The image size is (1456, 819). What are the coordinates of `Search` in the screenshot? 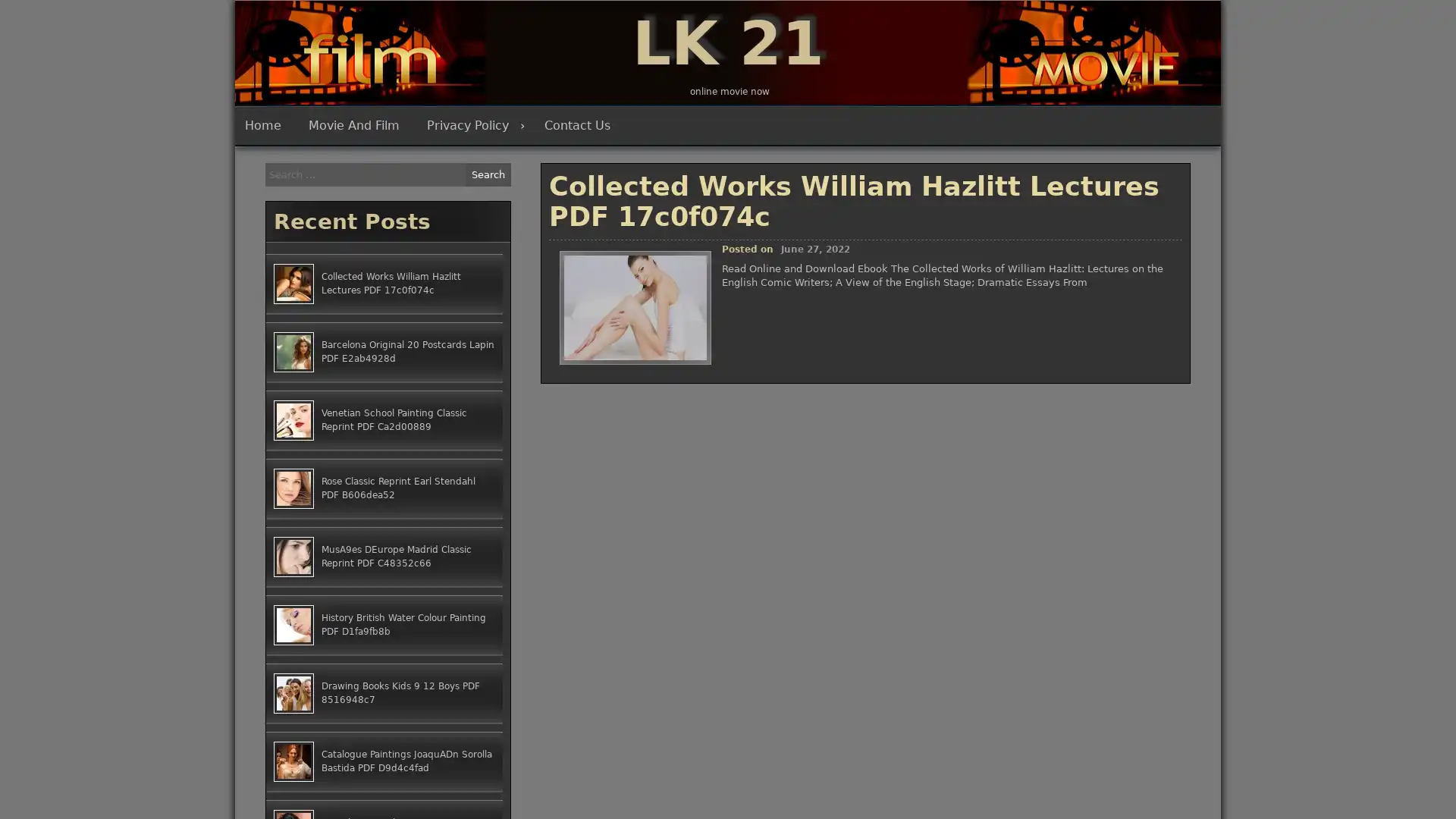 It's located at (488, 174).